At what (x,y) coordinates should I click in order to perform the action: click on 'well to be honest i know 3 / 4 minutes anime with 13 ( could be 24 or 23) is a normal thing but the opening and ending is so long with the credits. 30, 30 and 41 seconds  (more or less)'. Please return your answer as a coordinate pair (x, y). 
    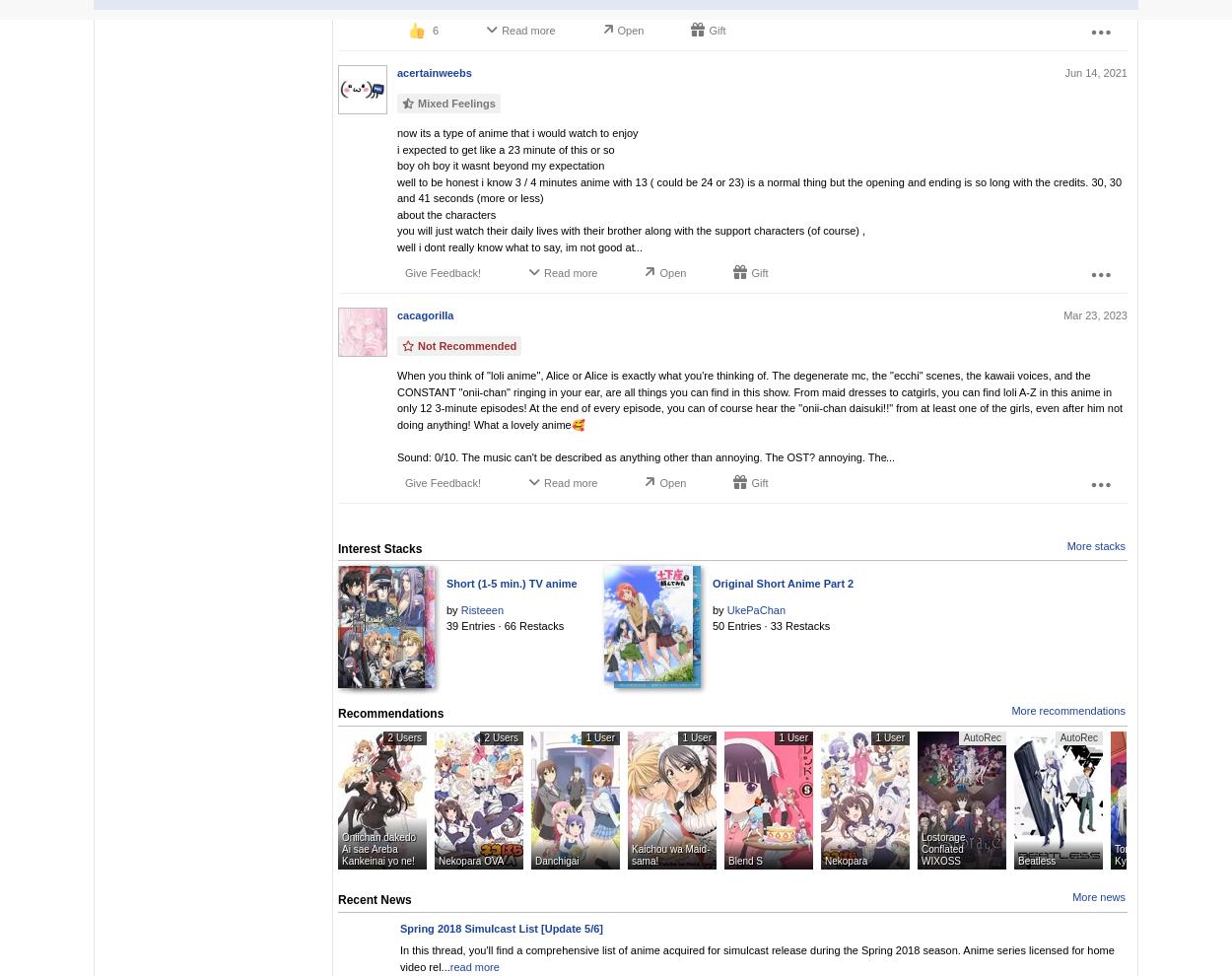
    Looking at the image, I should click on (759, 189).